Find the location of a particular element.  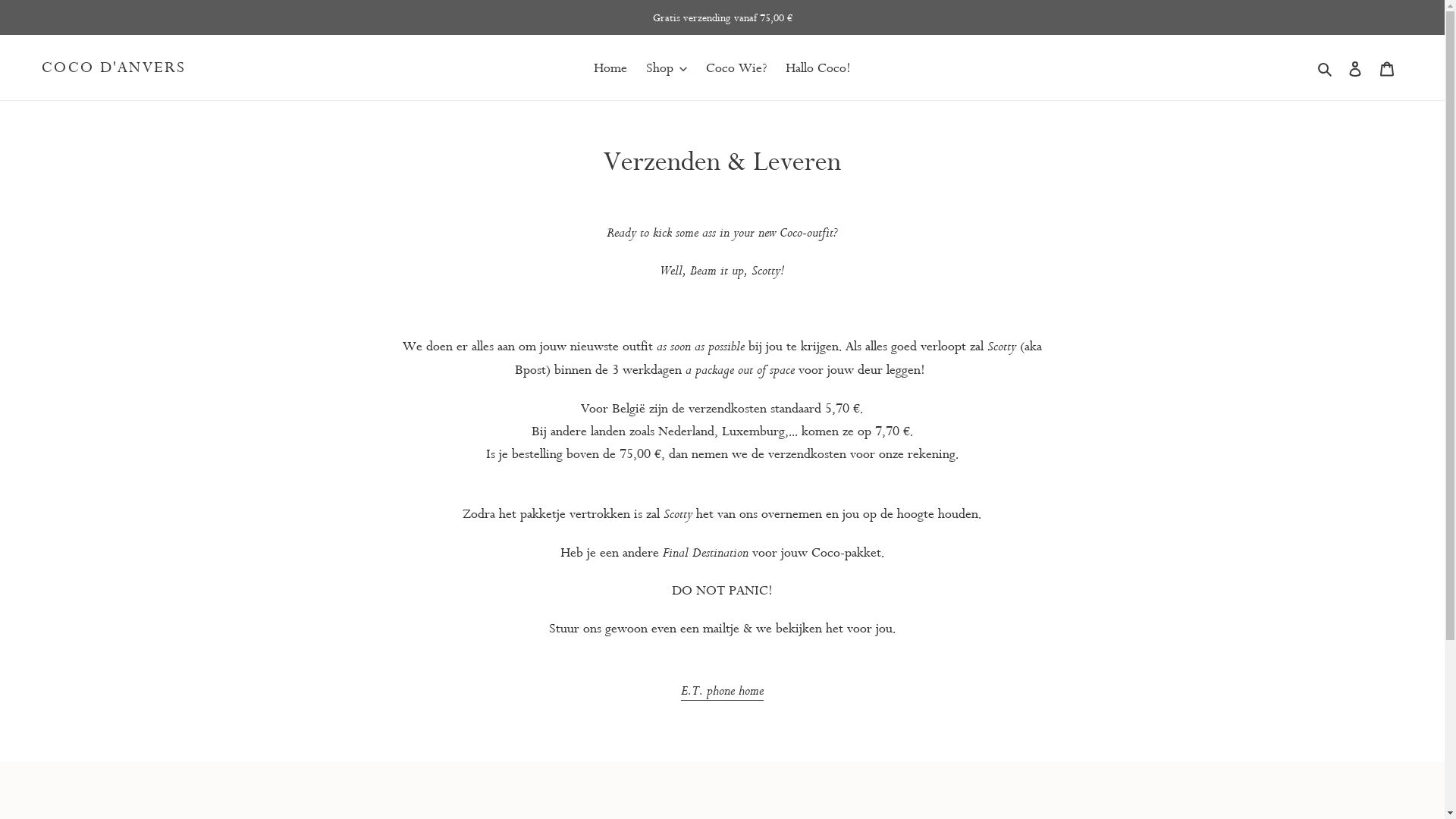

'Winkelwagen' is located at coordinates (1386, 66).